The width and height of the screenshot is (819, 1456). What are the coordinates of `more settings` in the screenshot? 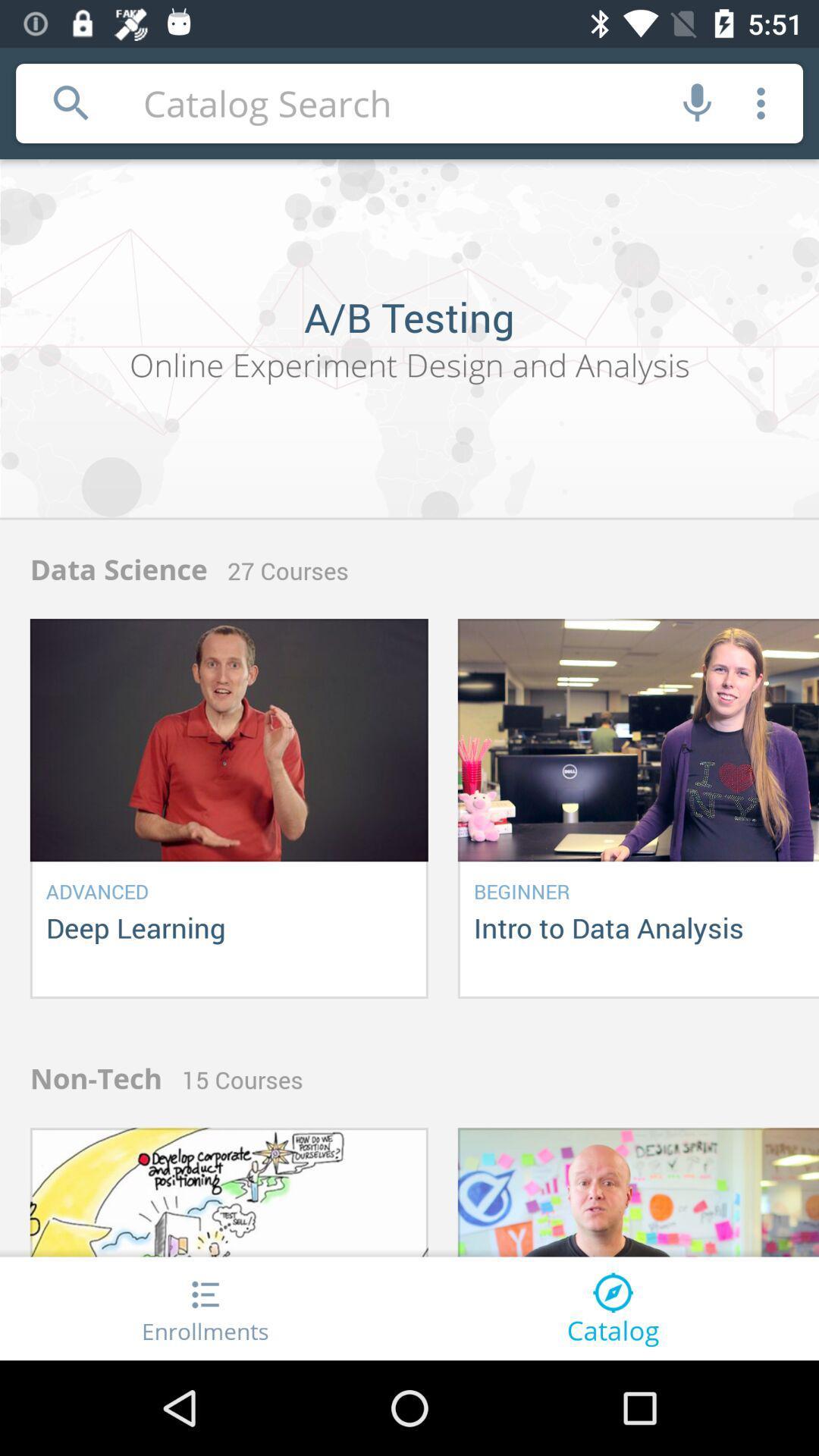 It's located at (761, 102).